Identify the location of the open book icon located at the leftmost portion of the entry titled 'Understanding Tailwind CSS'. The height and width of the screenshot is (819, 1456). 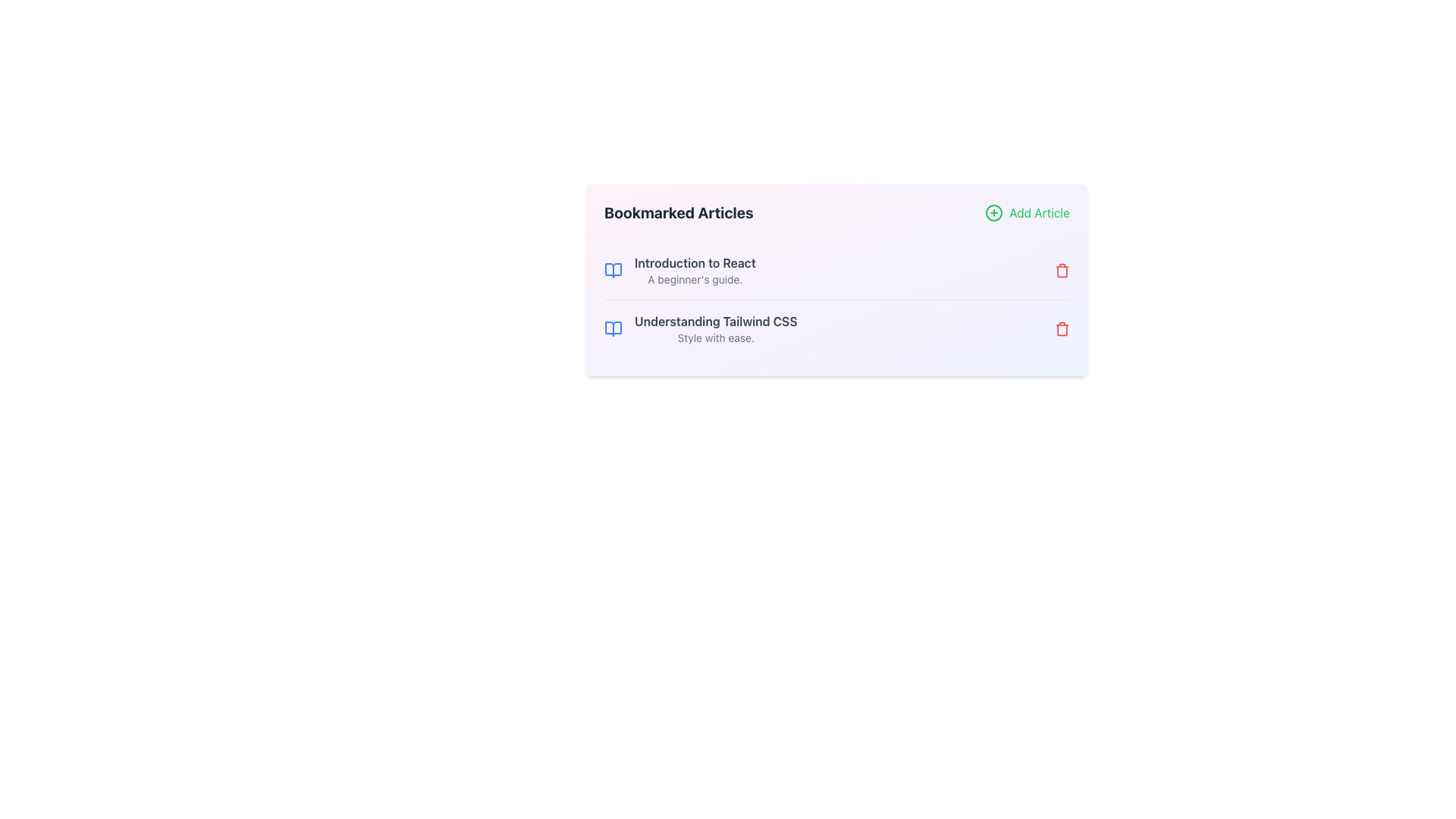
(613, 328).